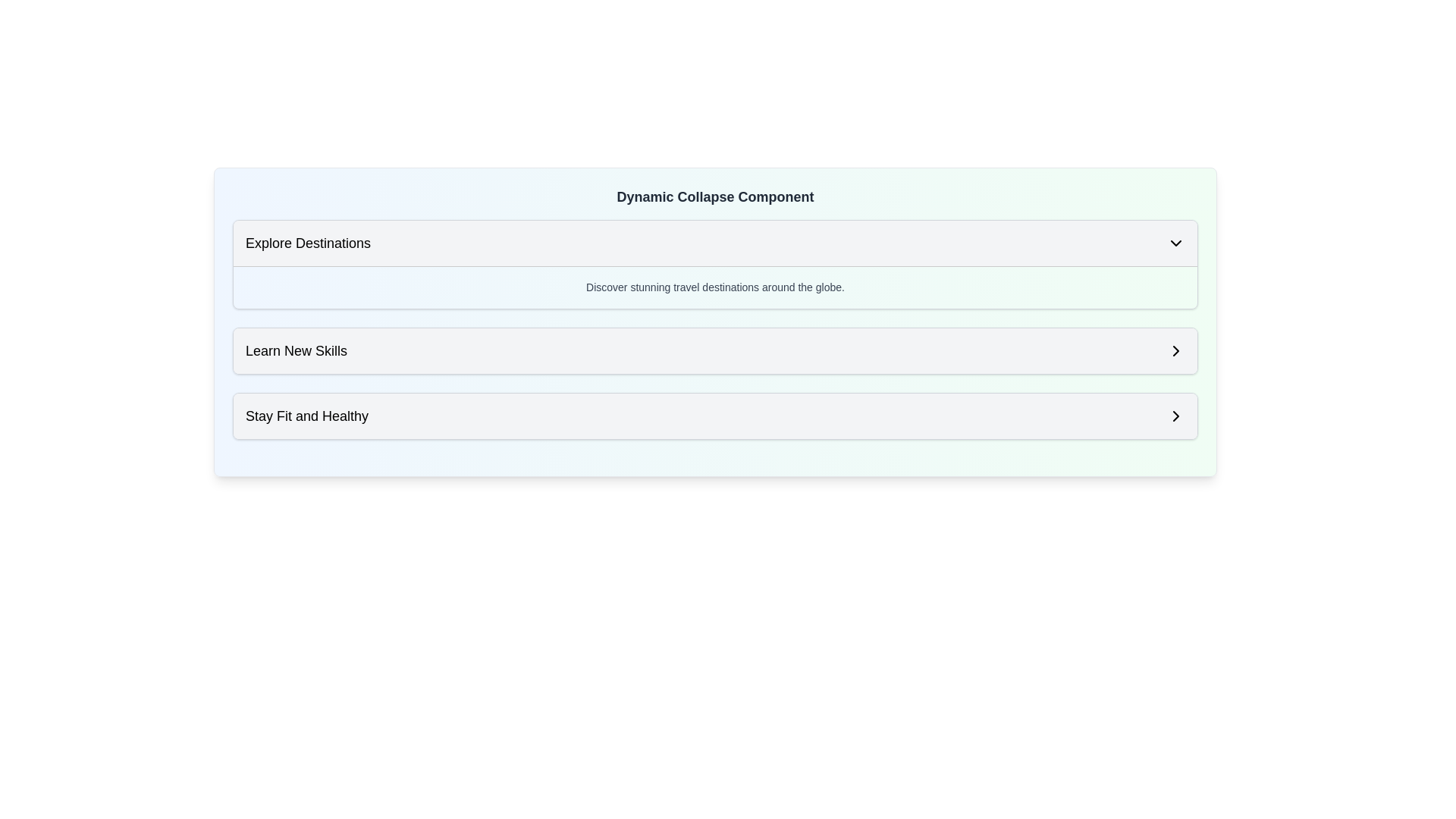 This screenshot has width=1456, height=819. What do you see at coordinates (307, 242) in the screenshot?
I see `text label that says 'Explore Destinations', which is prominently displayed in the header of a collapsible section` at bounding box center [307, 242].